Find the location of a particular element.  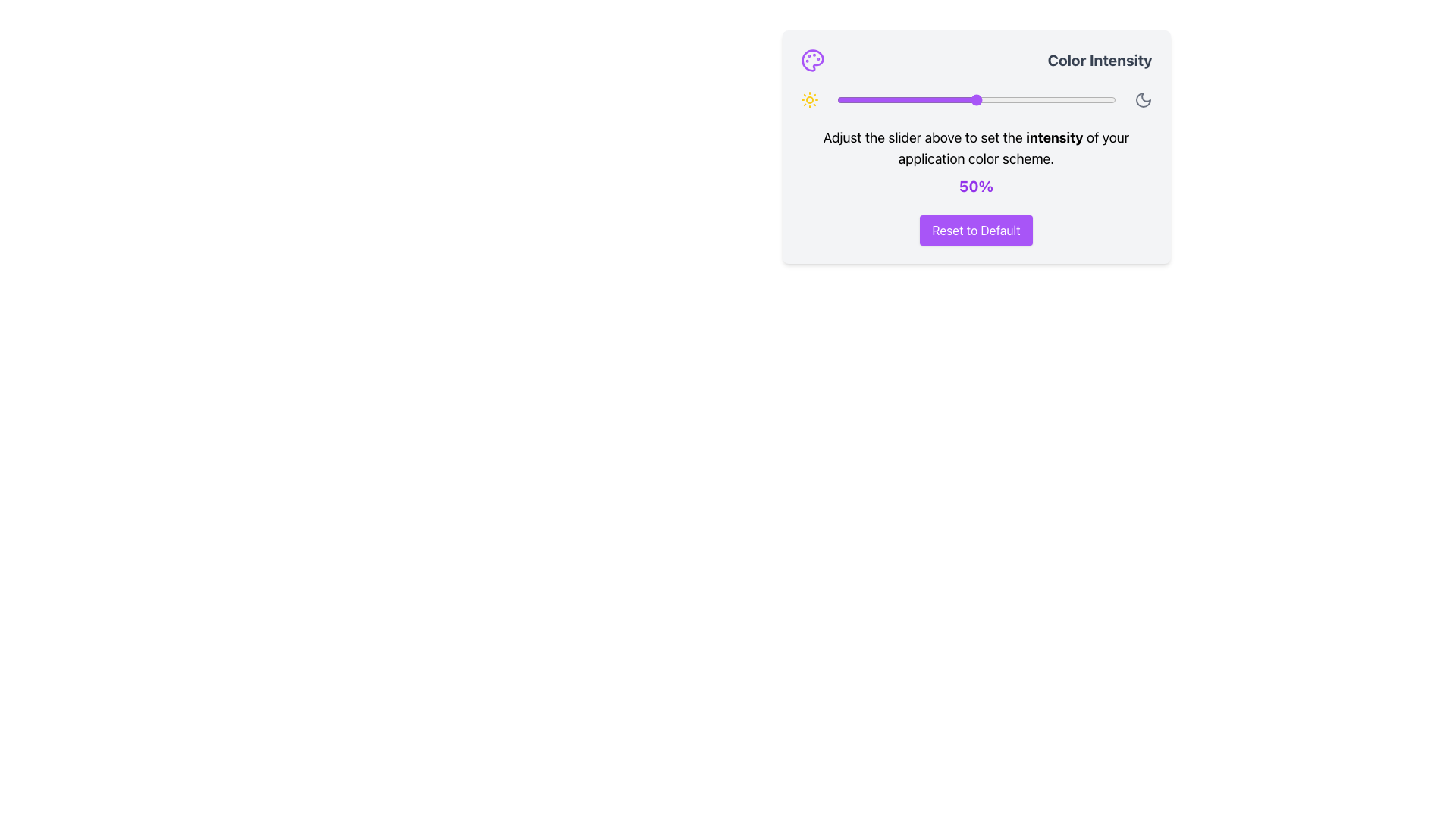

the color intensity slider is located at coordinates (964, 99).